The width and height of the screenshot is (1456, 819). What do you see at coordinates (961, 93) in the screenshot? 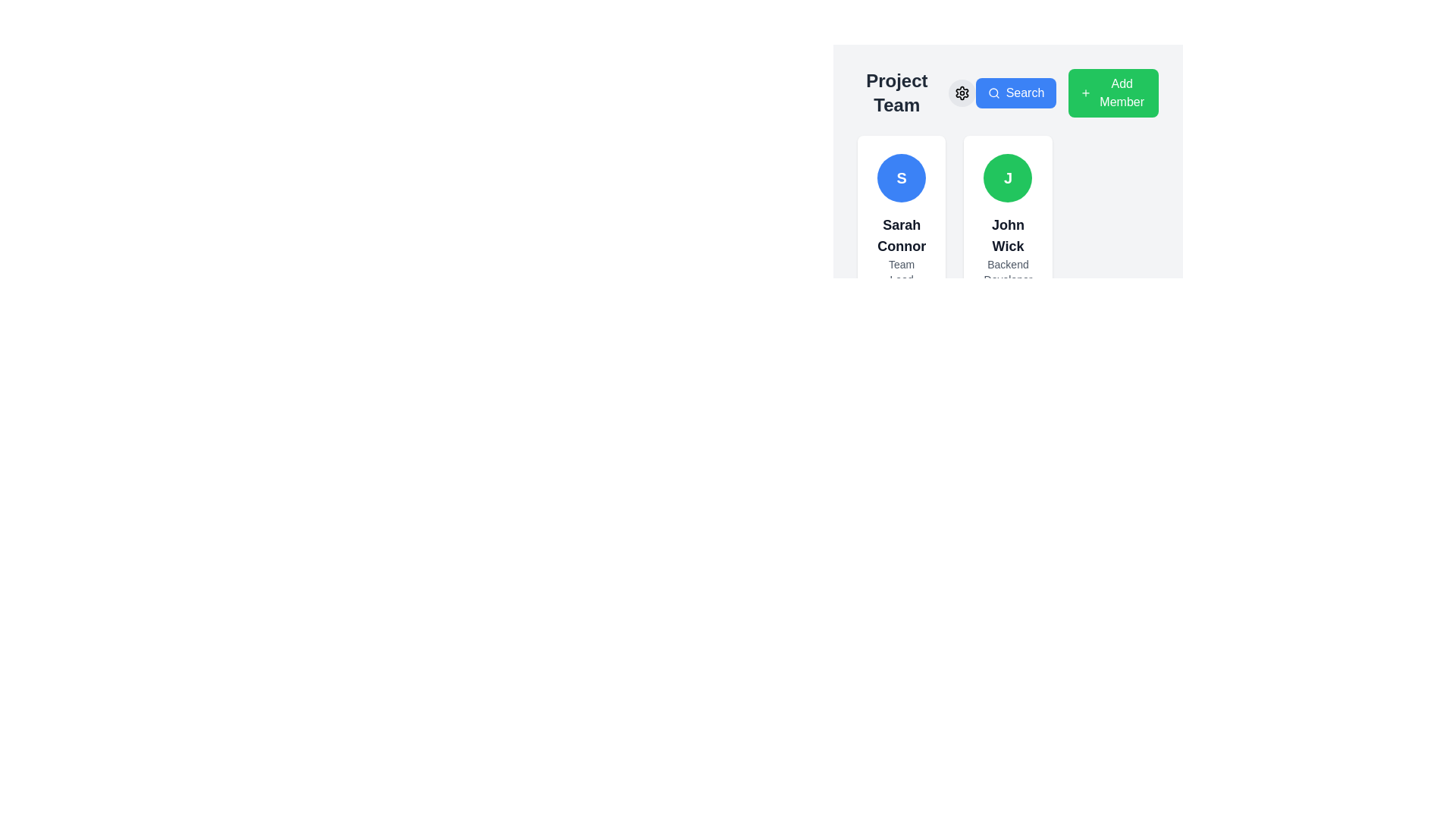
I see `the graphical icon segment located at the top center of the interface, which provides access to configuration options for the application` at bounding box center [961, 93].